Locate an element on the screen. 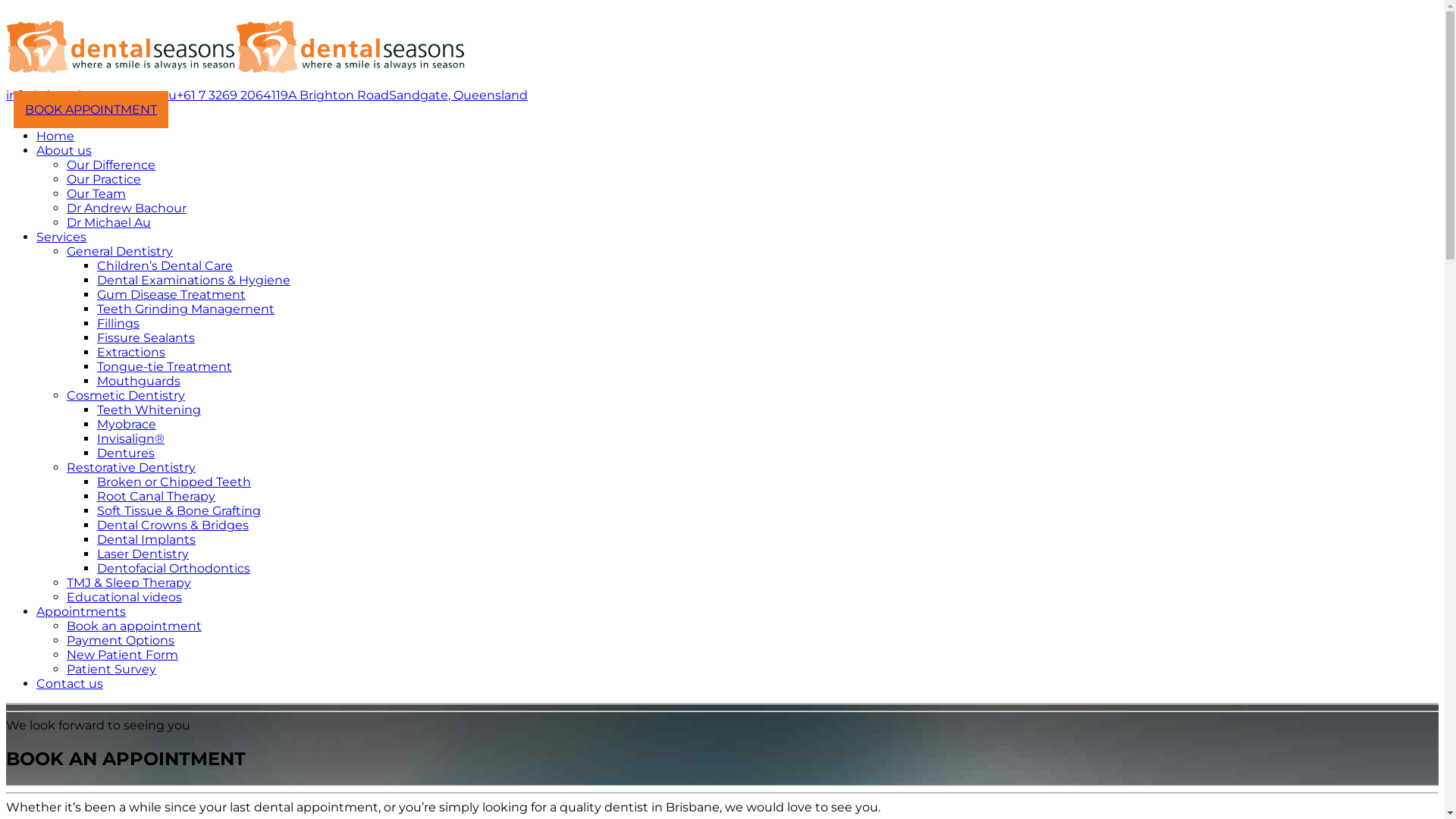 The height and width of the screenshot is (819, 1456). 'Tongue-tie Treatment' is located at coordinates (96, 366).